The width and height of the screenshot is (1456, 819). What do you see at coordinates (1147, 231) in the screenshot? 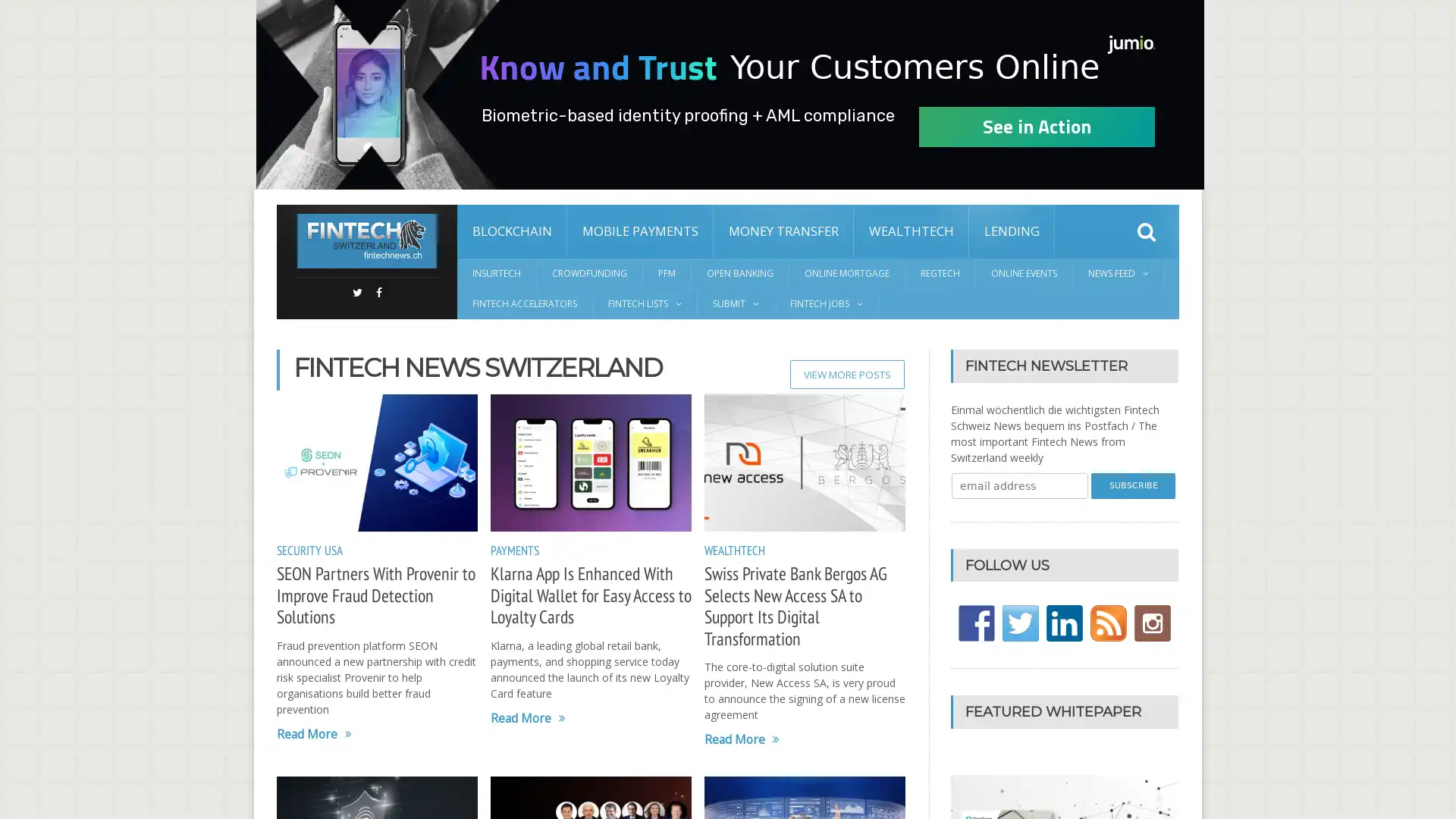
I see `Search` at bounding box center [1147, 231].